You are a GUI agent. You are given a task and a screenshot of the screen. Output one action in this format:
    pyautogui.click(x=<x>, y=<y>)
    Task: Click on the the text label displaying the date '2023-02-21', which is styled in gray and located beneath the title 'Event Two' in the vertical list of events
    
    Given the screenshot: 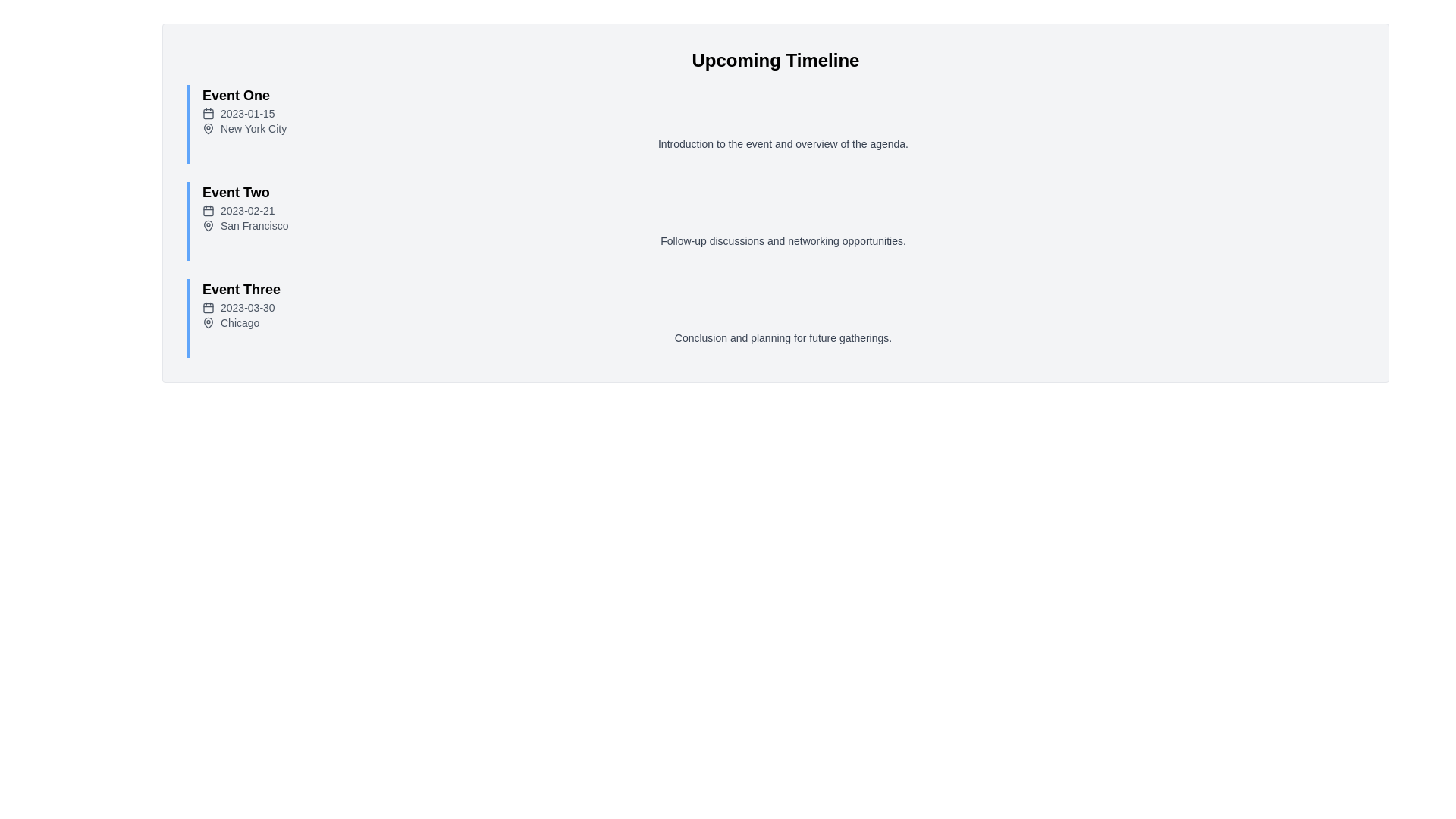 What is the action you would take?
    pyautogui.click(x=247, y=210)
    